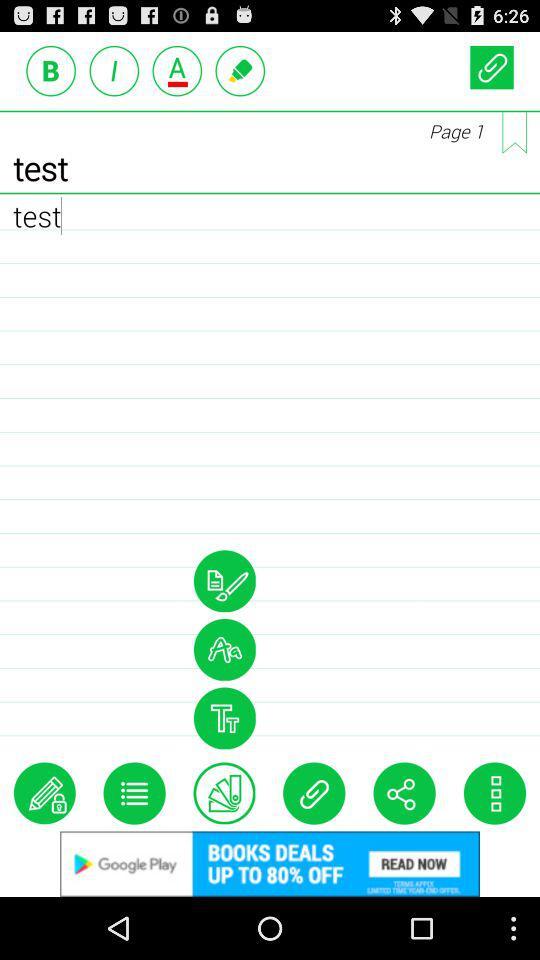  What do you see at coordinates (51, 70) in the screenshot?
I see `make text bold` at bounding box center [51, 70].